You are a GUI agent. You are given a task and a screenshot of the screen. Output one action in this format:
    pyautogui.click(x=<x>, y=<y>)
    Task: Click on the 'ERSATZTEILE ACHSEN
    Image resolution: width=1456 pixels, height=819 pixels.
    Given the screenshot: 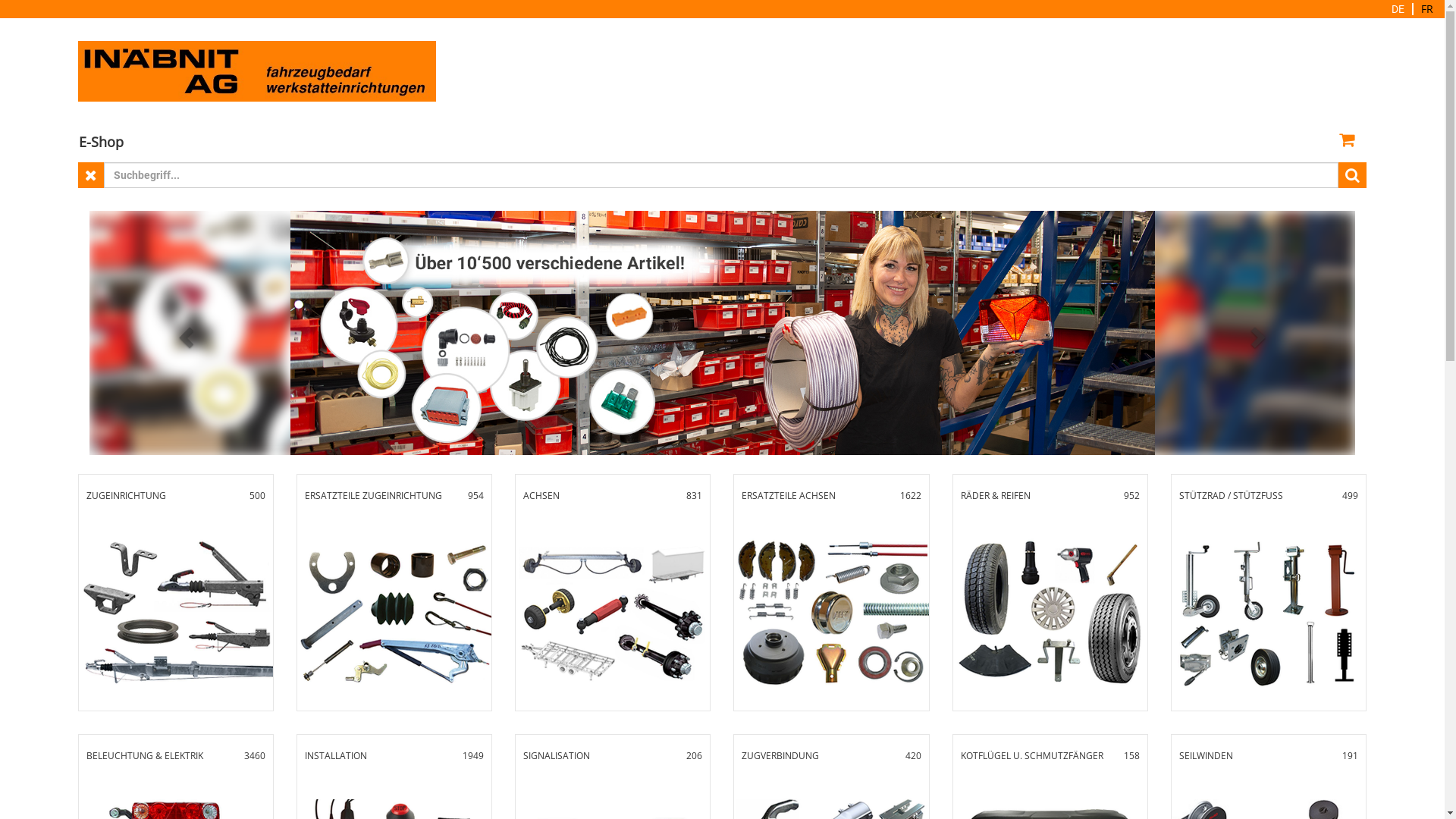 What is the action you would take?
    pyautogui.click(x=830, y=591)
    